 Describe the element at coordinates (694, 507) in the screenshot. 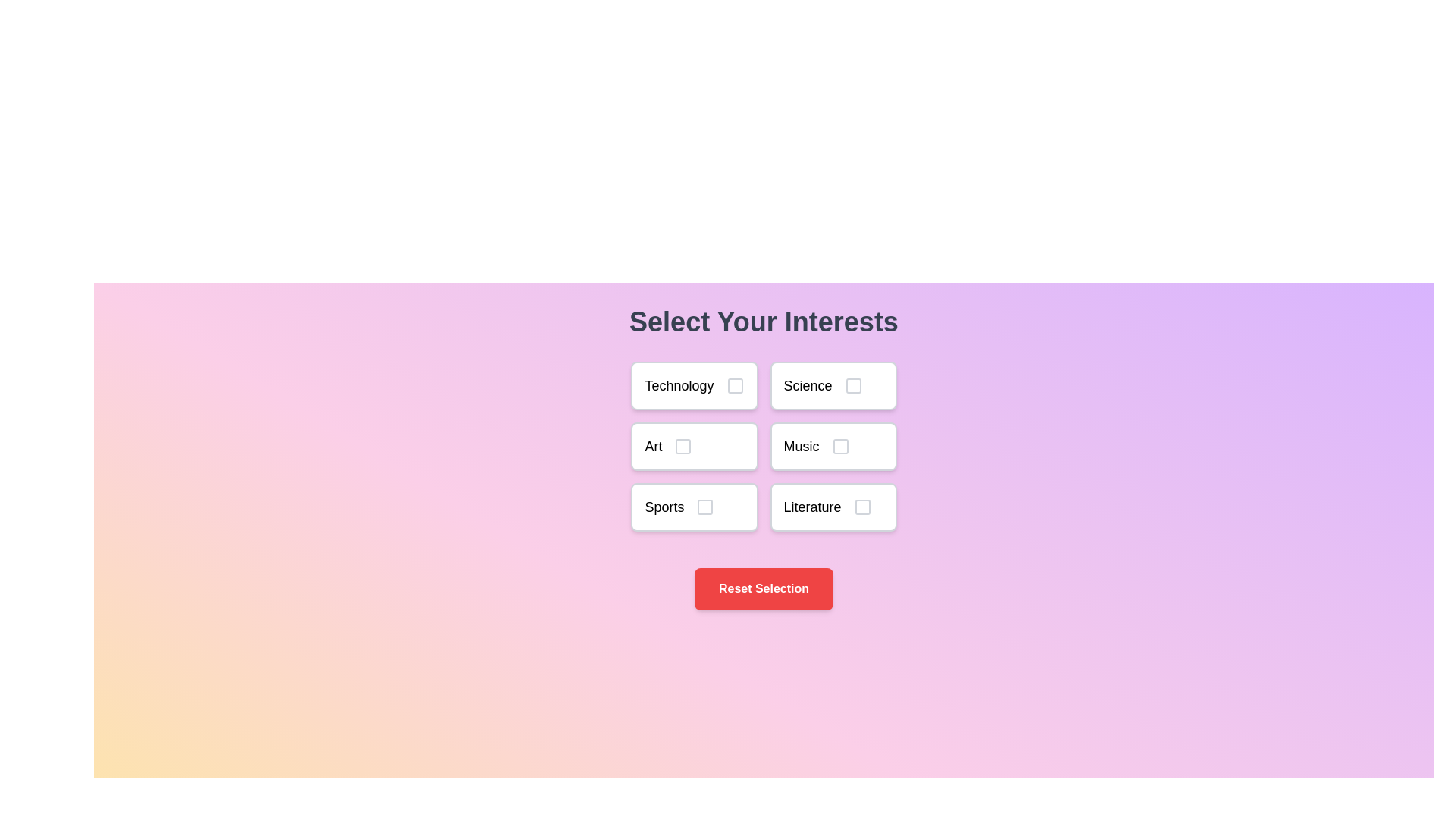

I see `the topic Sports` at that location.